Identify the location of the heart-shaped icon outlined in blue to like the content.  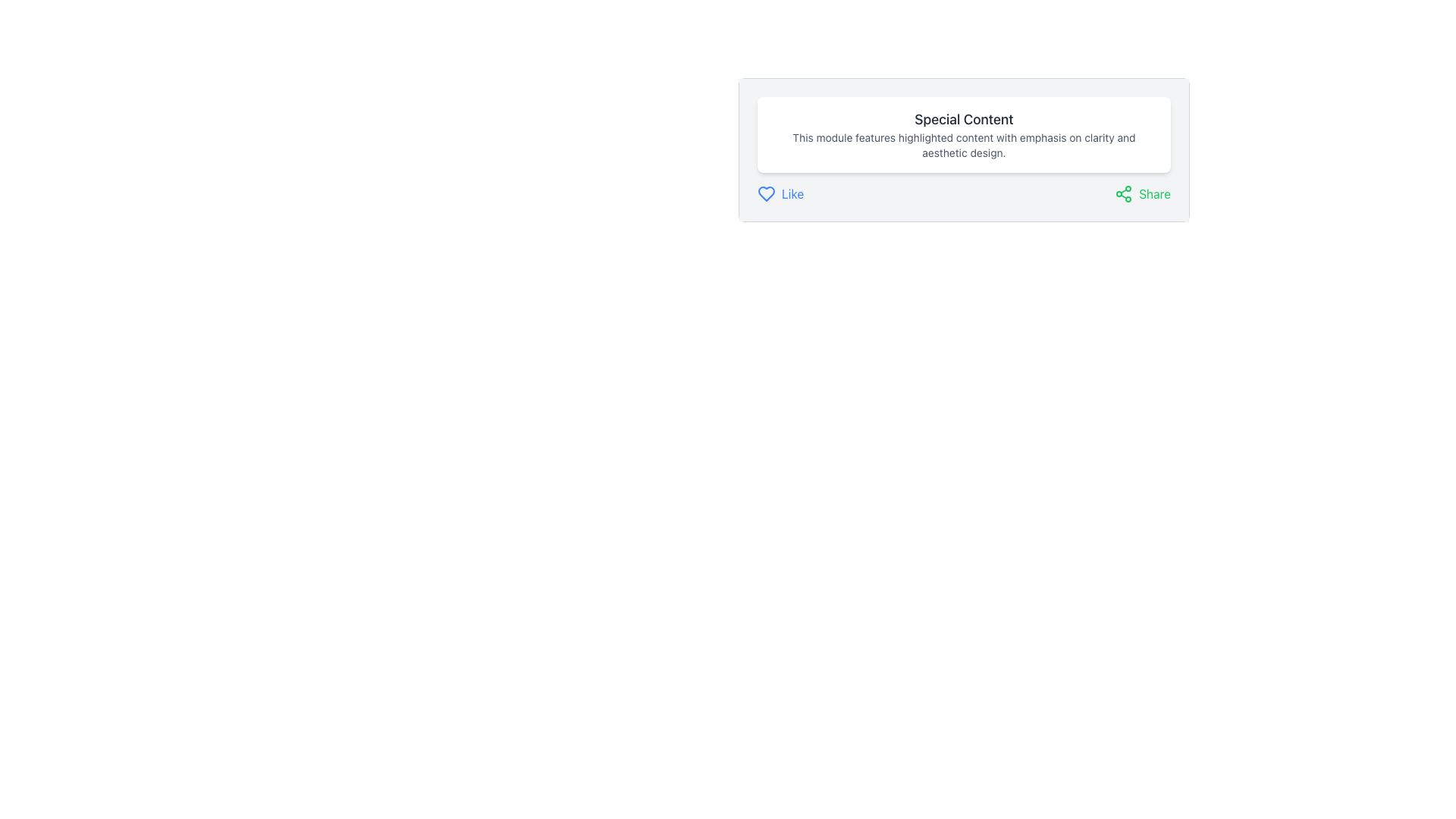
(767, 193).